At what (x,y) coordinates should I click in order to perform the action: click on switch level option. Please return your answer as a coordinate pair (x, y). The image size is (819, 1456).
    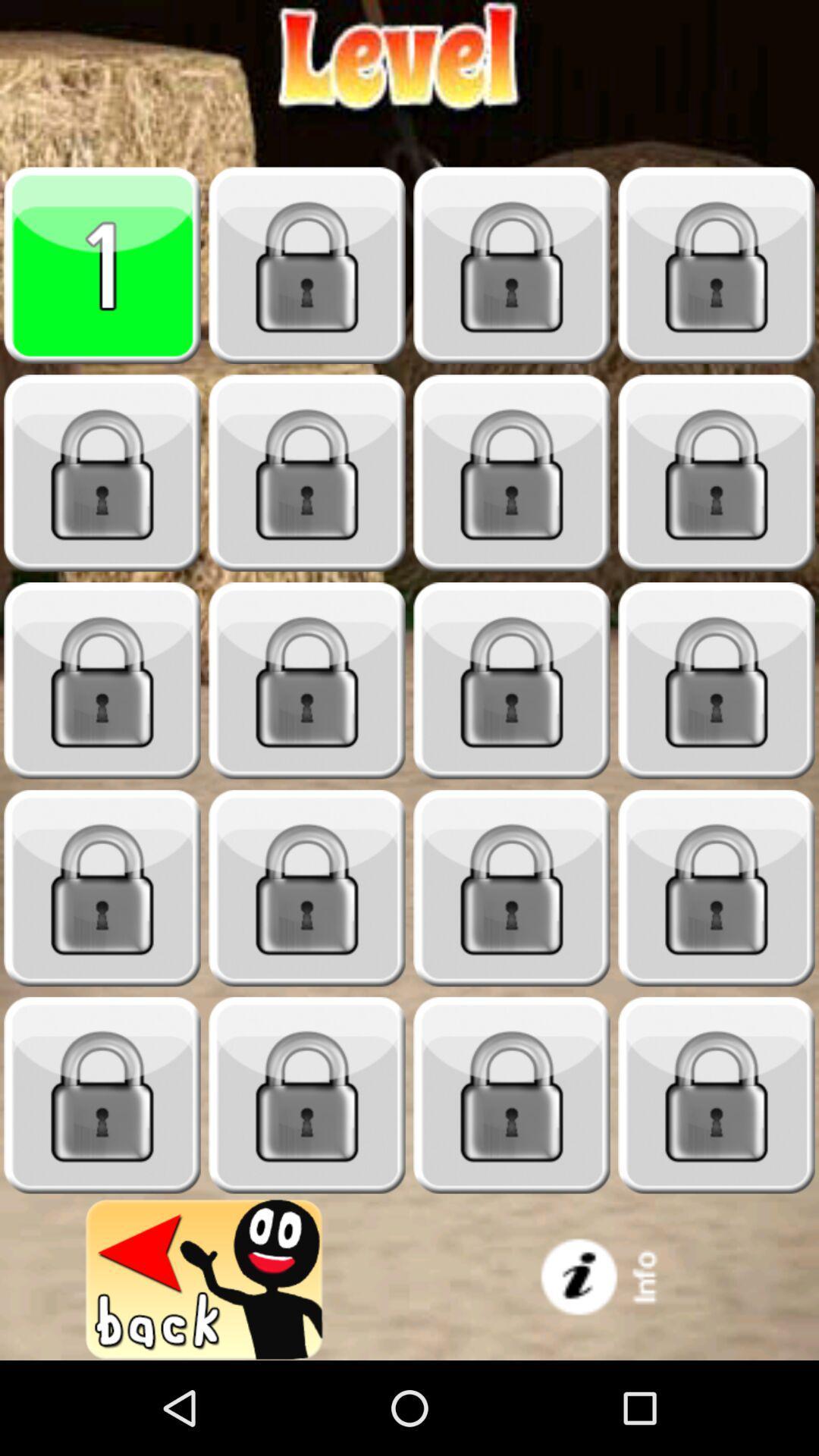
    Looking at the image, I should click on (102, 1095).